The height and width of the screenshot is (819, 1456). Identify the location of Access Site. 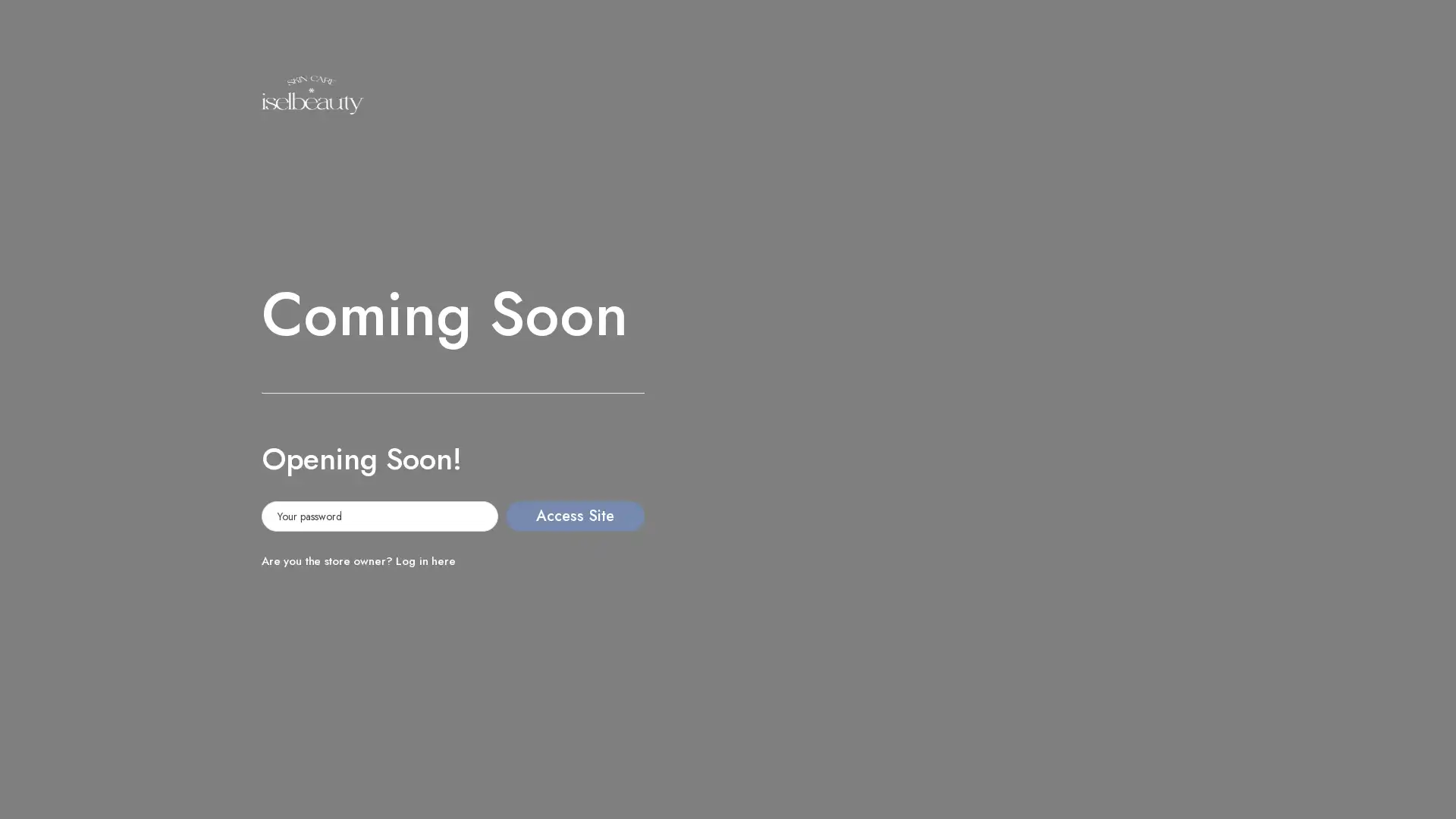
(574, 516).